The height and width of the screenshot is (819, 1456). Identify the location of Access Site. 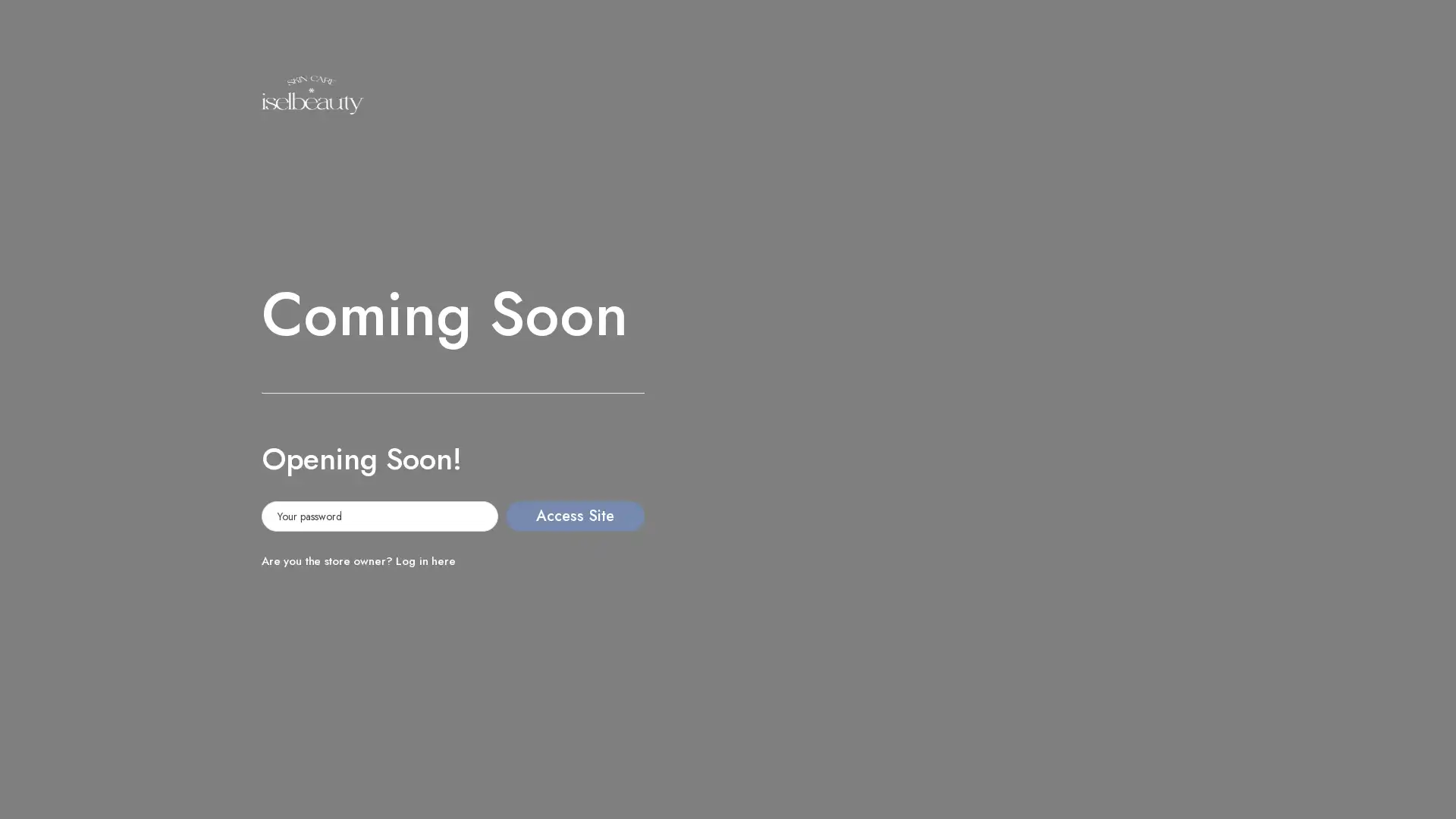
(574, 516).